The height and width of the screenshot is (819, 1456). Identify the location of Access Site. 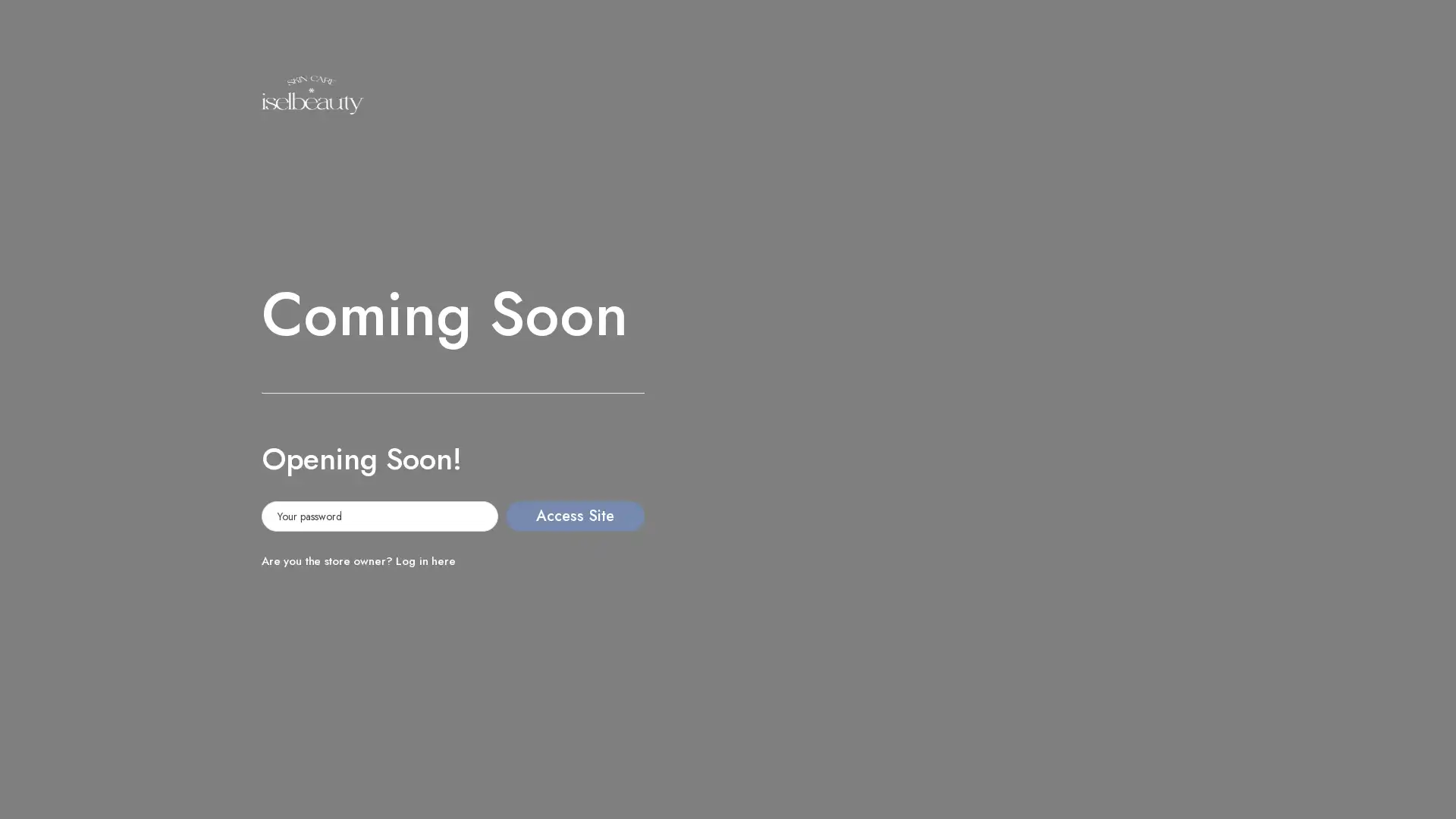
(574, 516).